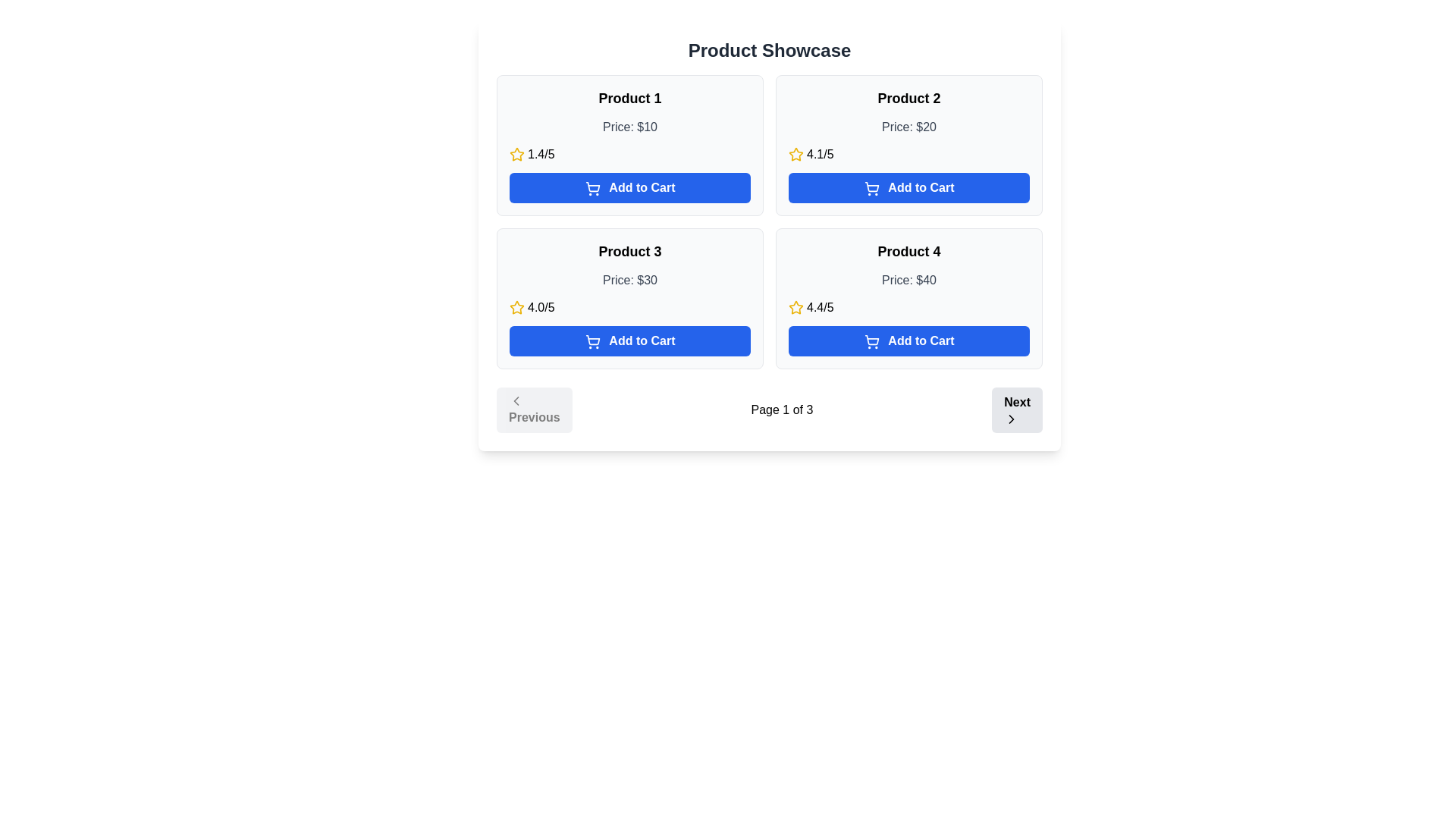 The height and width of the screenshot is (819, 1456). Describe the element at coordinates (629, 298) in the screenshot. I see `the product card located in the second row and first column of the grid to view product details` at that location.